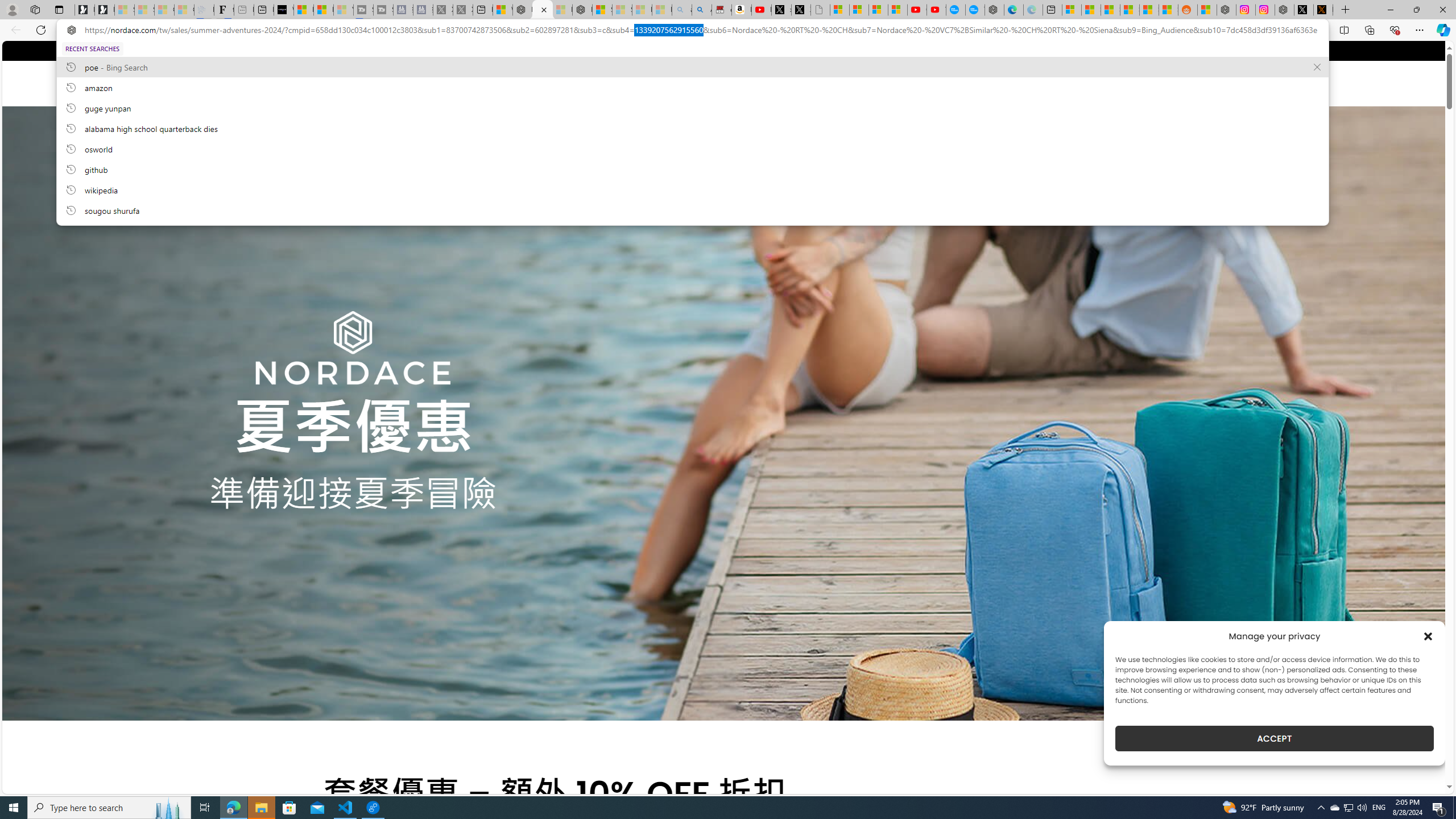 The image size is (1456, 819). What do you see at coordinates (994, 9) in the screenshot?
I see `'Nordace - Nordace has arrived Hong Kong'` at bounding box center [994, 9].